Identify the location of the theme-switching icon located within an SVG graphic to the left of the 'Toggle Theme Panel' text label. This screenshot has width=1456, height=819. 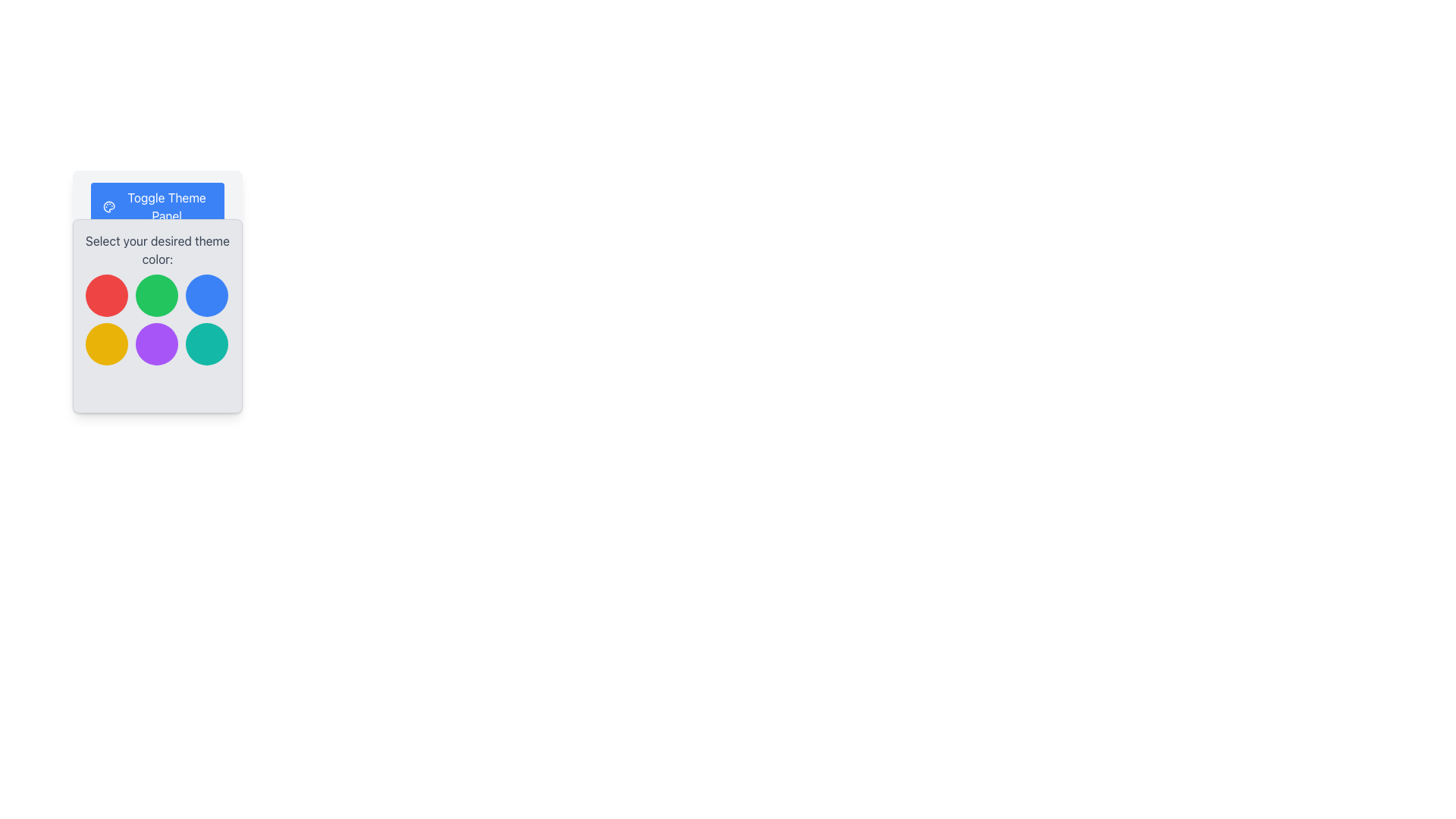
(108, 207).